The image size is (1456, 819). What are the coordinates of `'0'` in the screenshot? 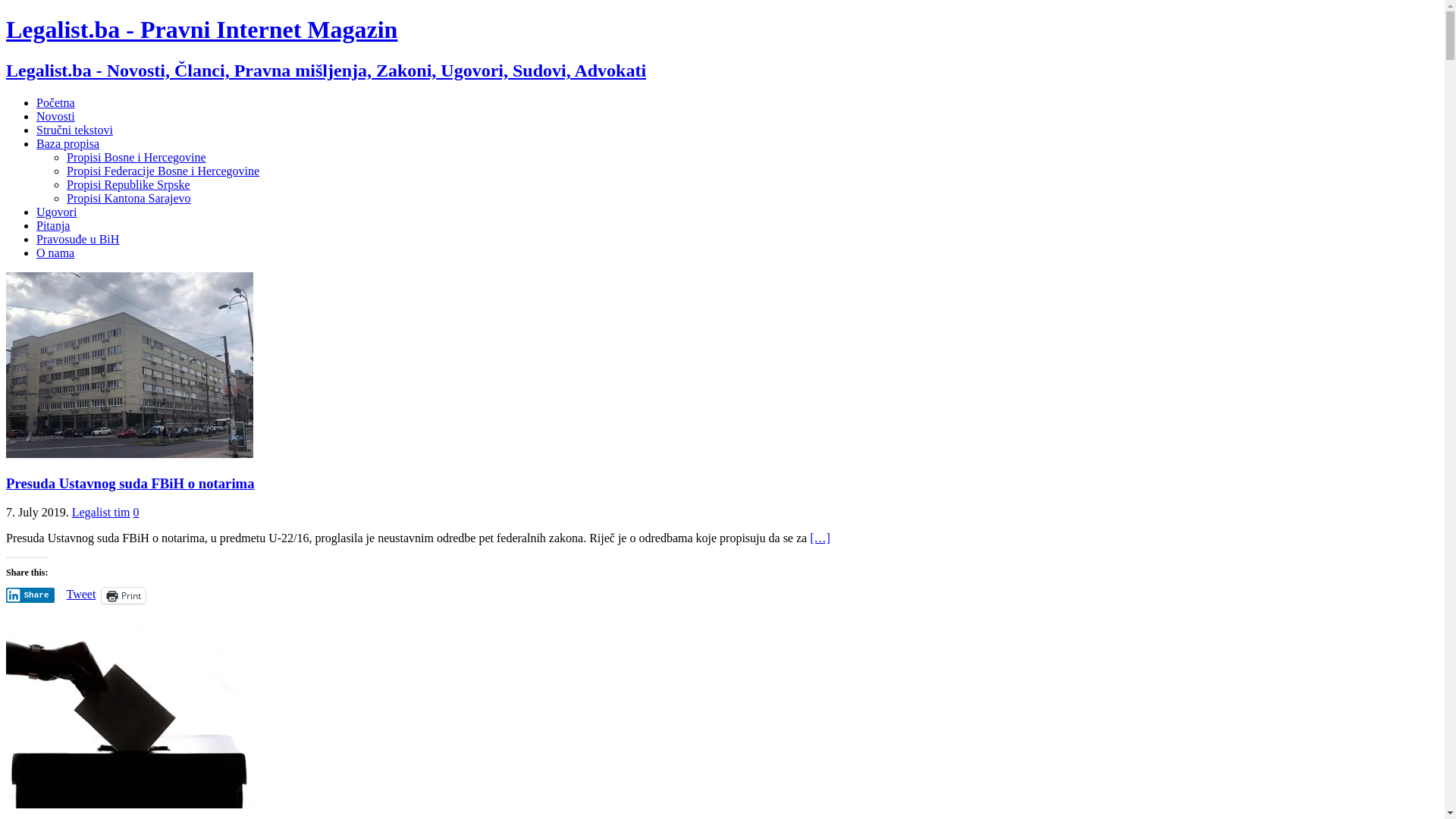 It's located at (136, 512).